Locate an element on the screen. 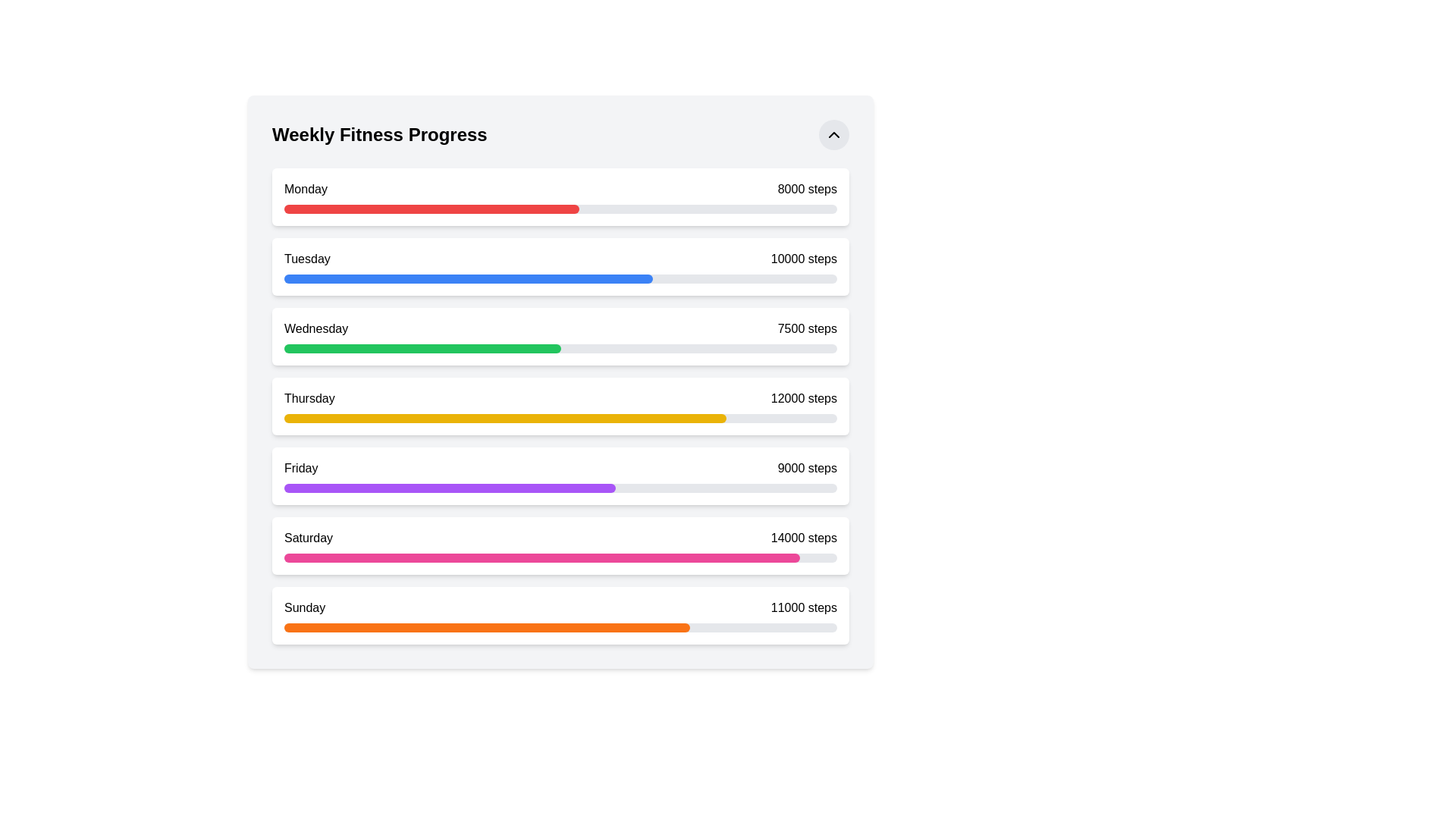  the button in the top-right corner of the 'Weekly Fitness Progress' section is located at coordinates (833, 133).